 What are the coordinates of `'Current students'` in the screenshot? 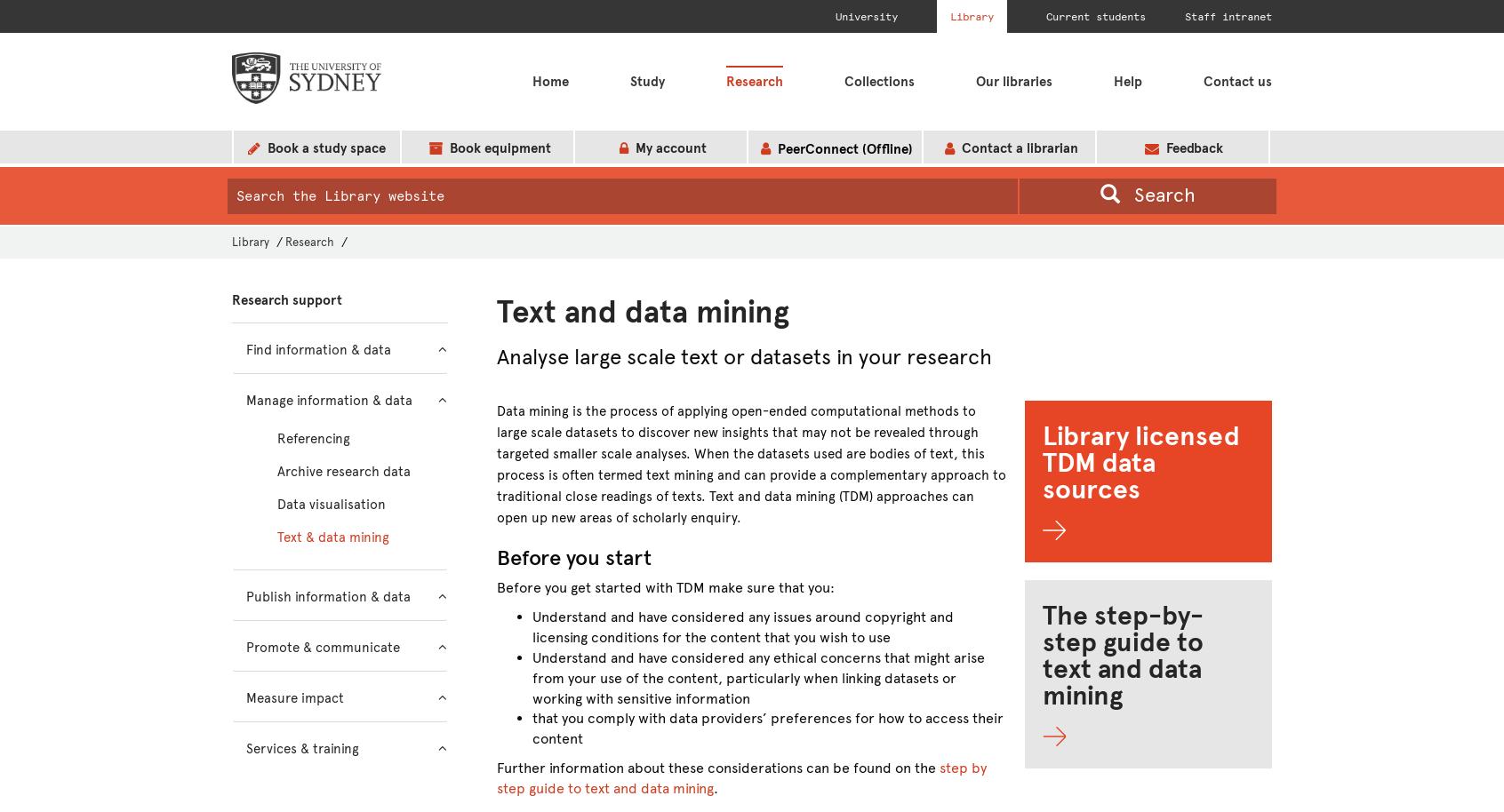 It's located at (1095, 17).